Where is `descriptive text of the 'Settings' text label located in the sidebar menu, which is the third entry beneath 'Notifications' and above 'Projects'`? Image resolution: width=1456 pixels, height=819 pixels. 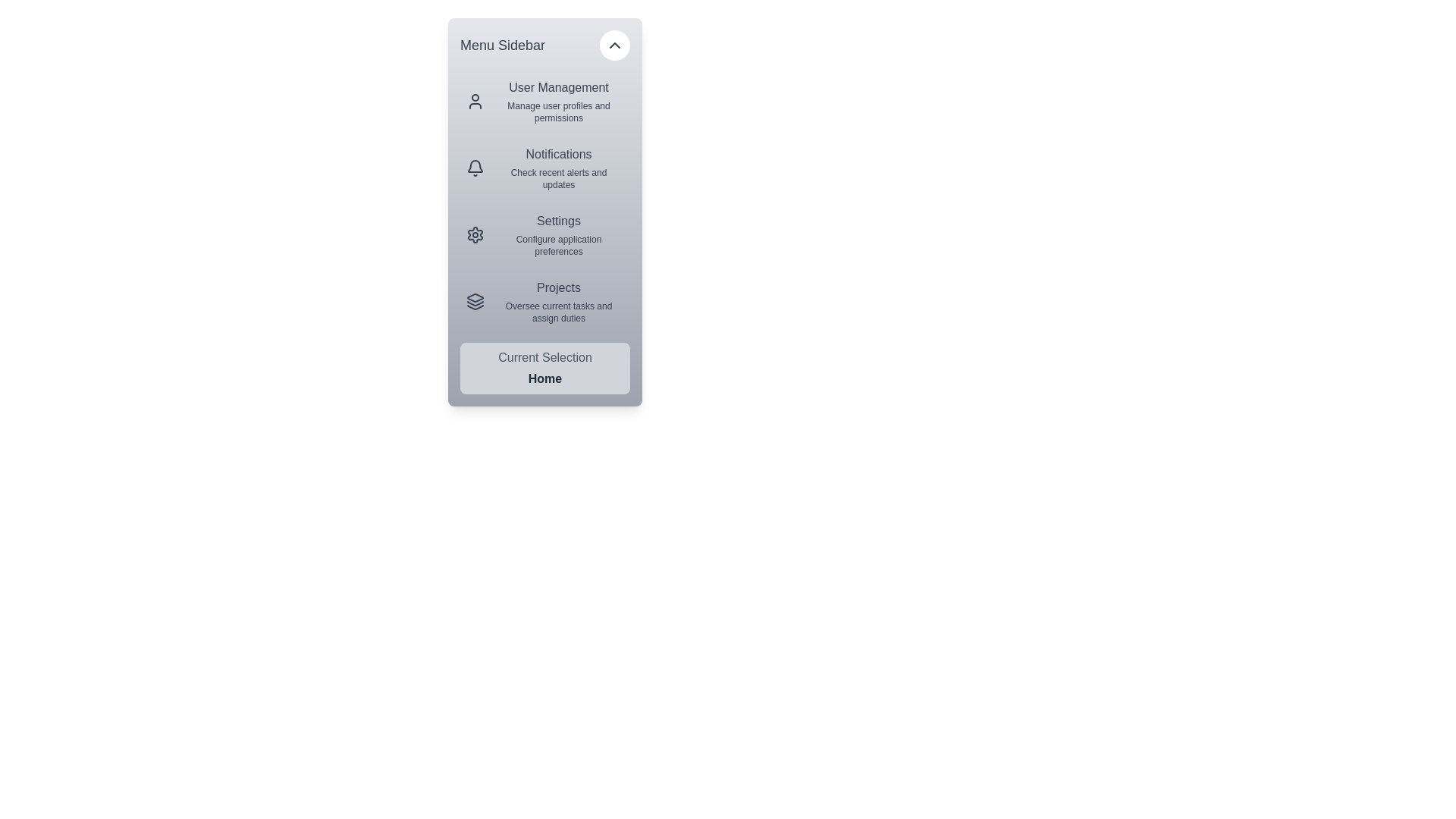 descriptive text of the 'Settings' text label located in the sidebar menu, which is the third entry beneath 'Notifications' and above 'Projects' is located at coordinates (558, 234).